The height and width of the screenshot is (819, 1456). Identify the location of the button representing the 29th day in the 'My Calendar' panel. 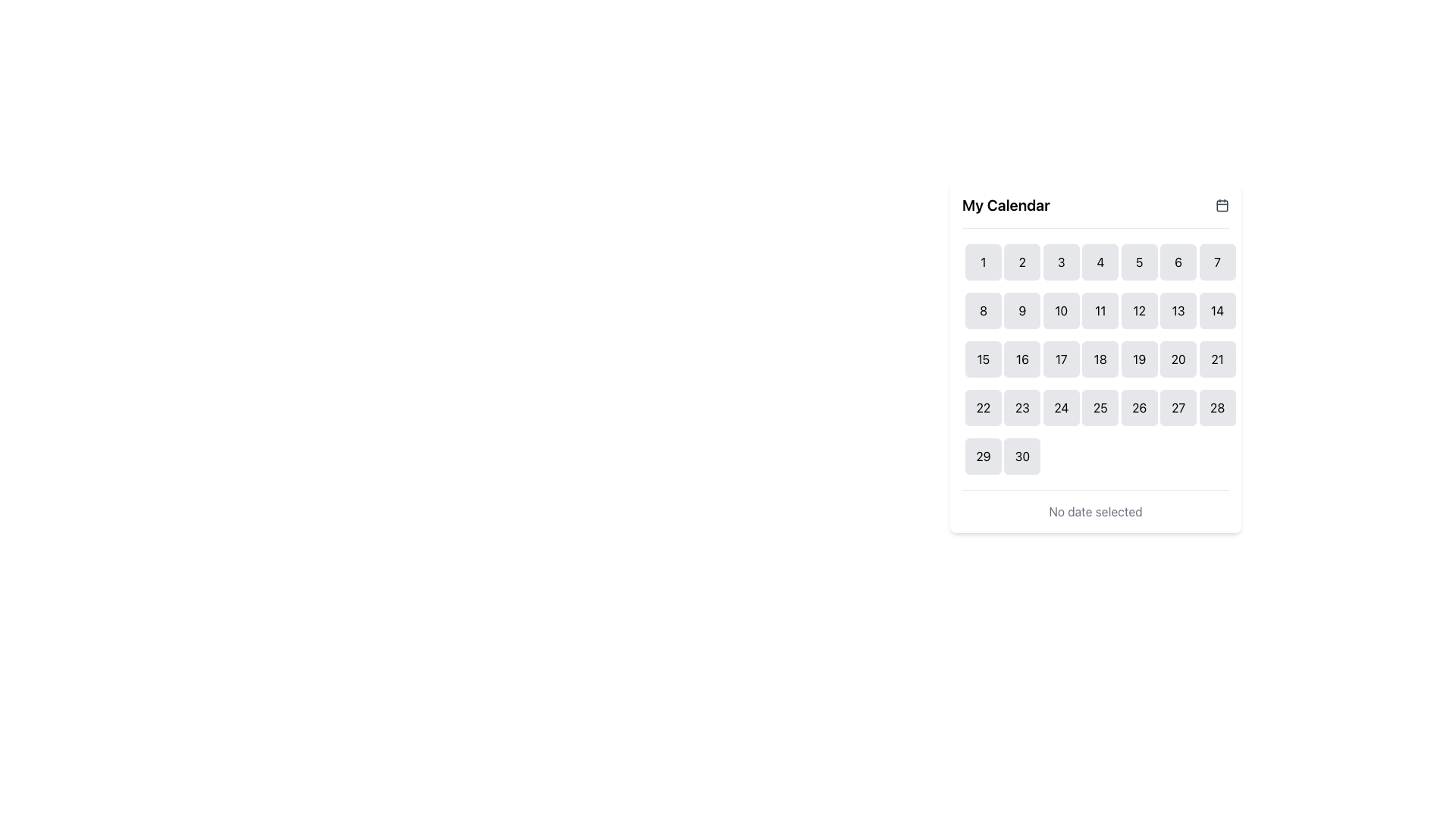
(983, 455).